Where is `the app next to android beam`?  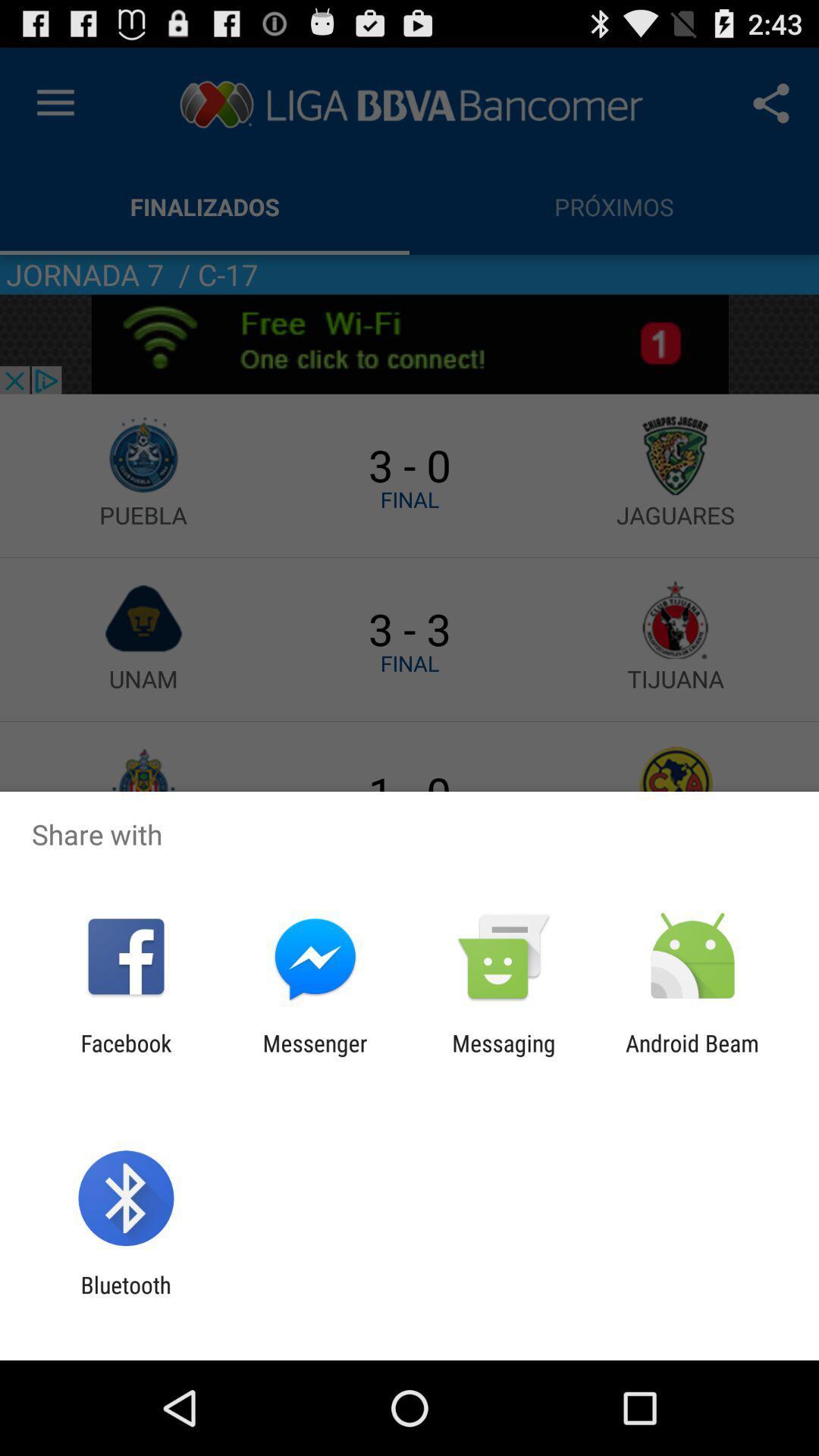 the app next to android beam is located at coordinates (504, 1056).